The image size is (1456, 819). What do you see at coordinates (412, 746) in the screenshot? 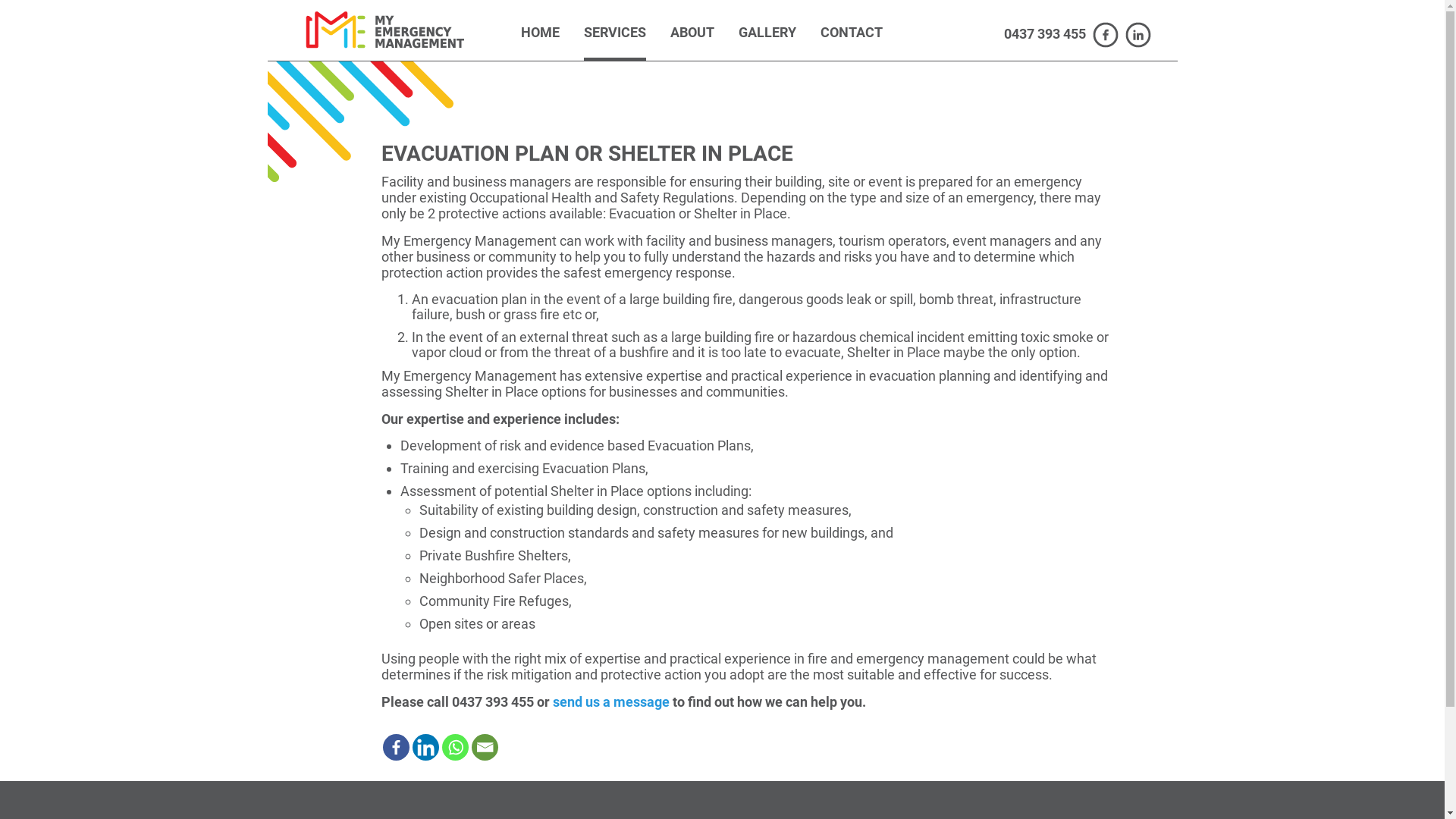
I see `'Linkedin'` at bounding box center [412, 746].